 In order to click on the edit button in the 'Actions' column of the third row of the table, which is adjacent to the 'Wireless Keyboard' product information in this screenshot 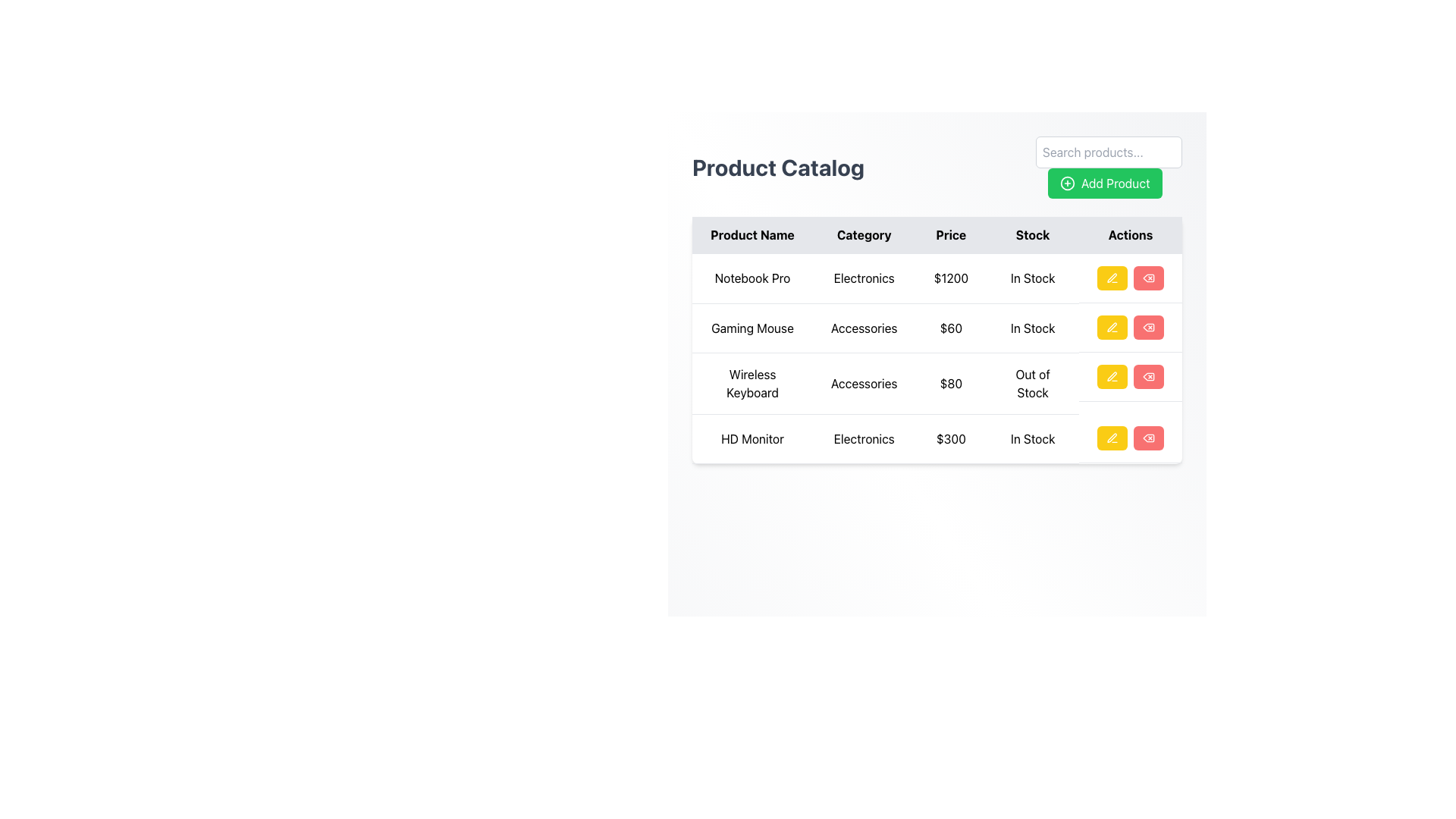, I will do `click(1112, 376)`.